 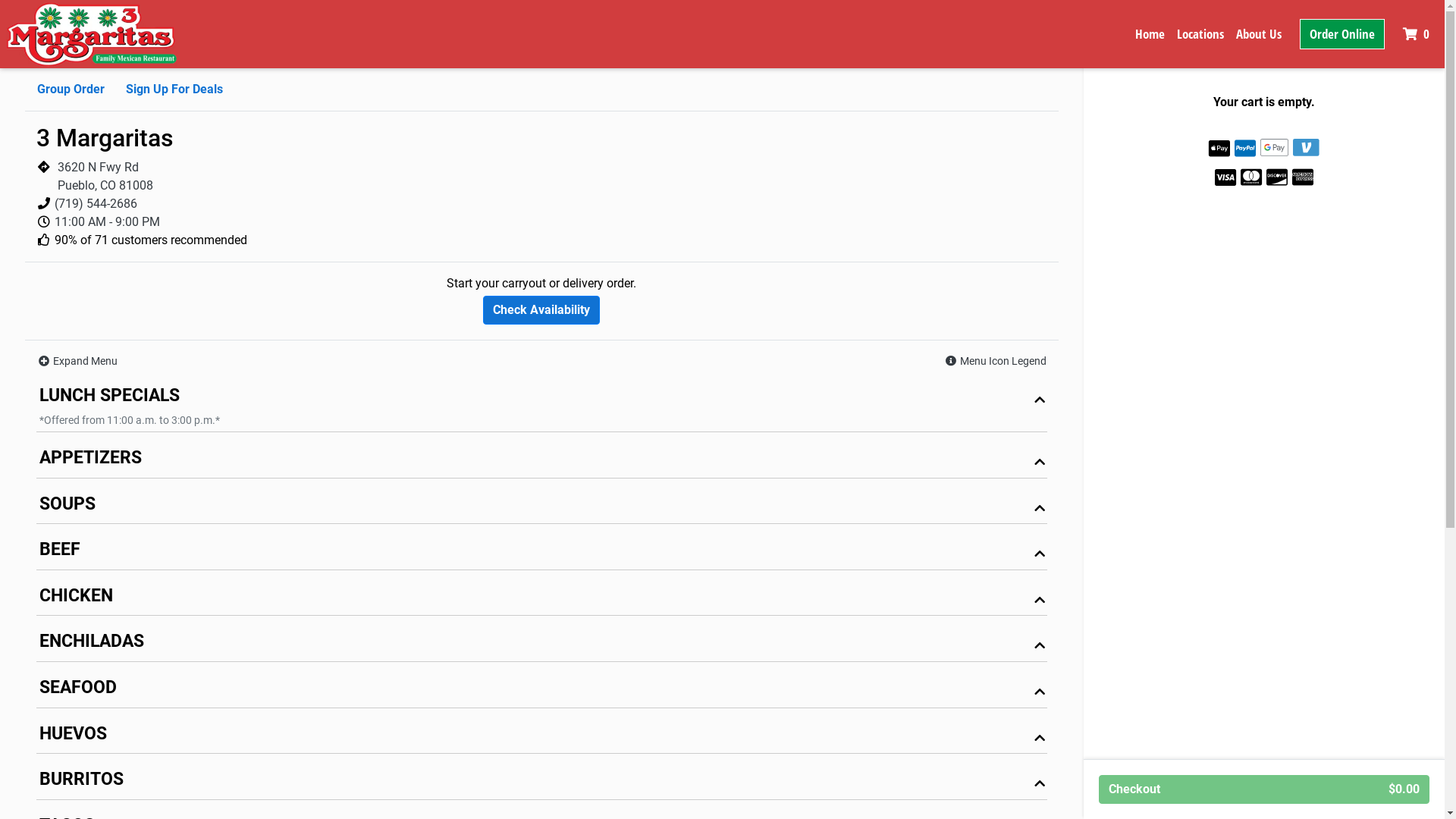 What do you see at coordinates (541, 309) in the screenshot?
I see `'Check Availability'` at bounding box center [541, 309].